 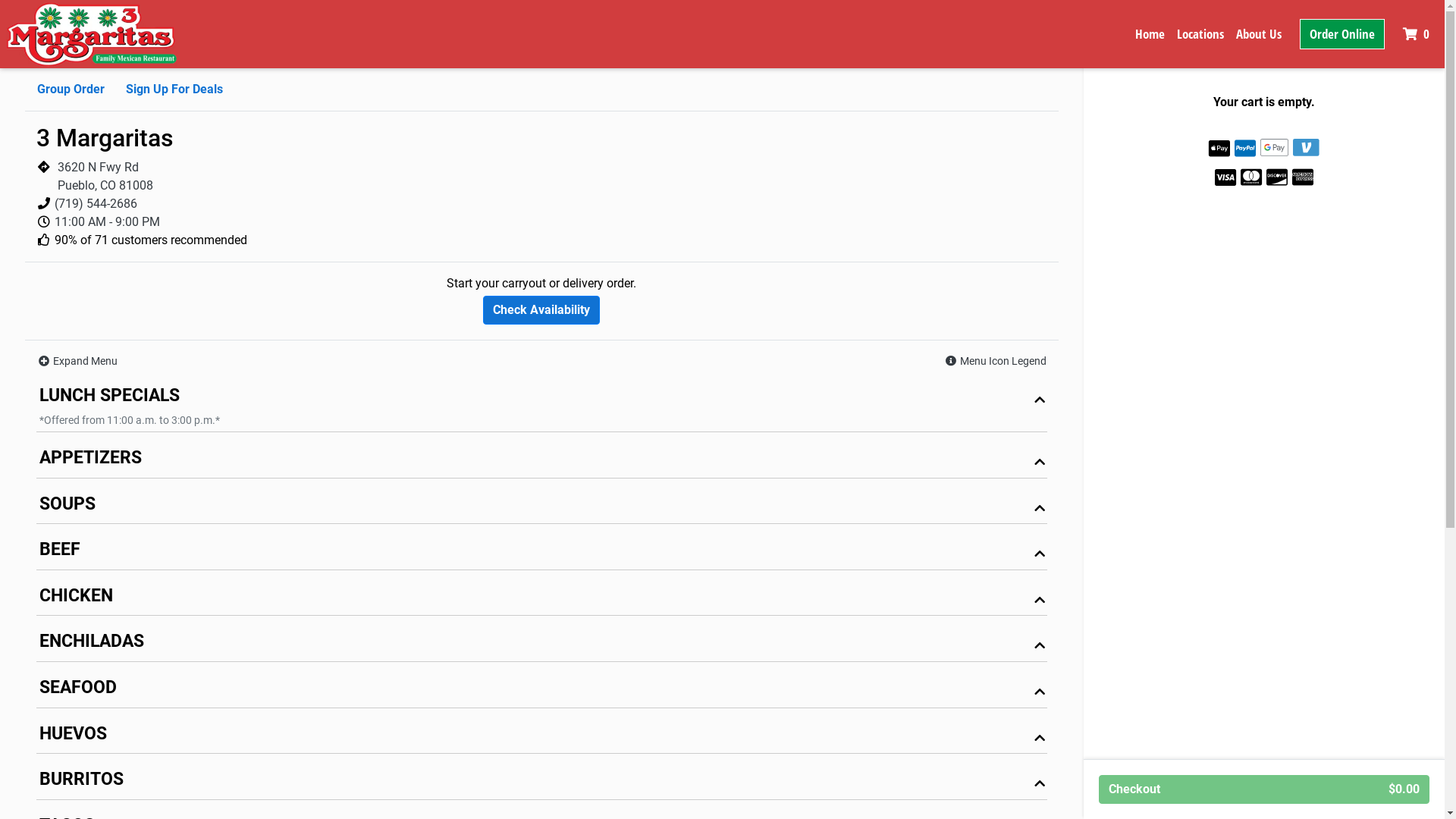 What do you see at coordinates (541, 309) in the screenshot?
I see `'Check Availability'` at bounding box center [541, 309].